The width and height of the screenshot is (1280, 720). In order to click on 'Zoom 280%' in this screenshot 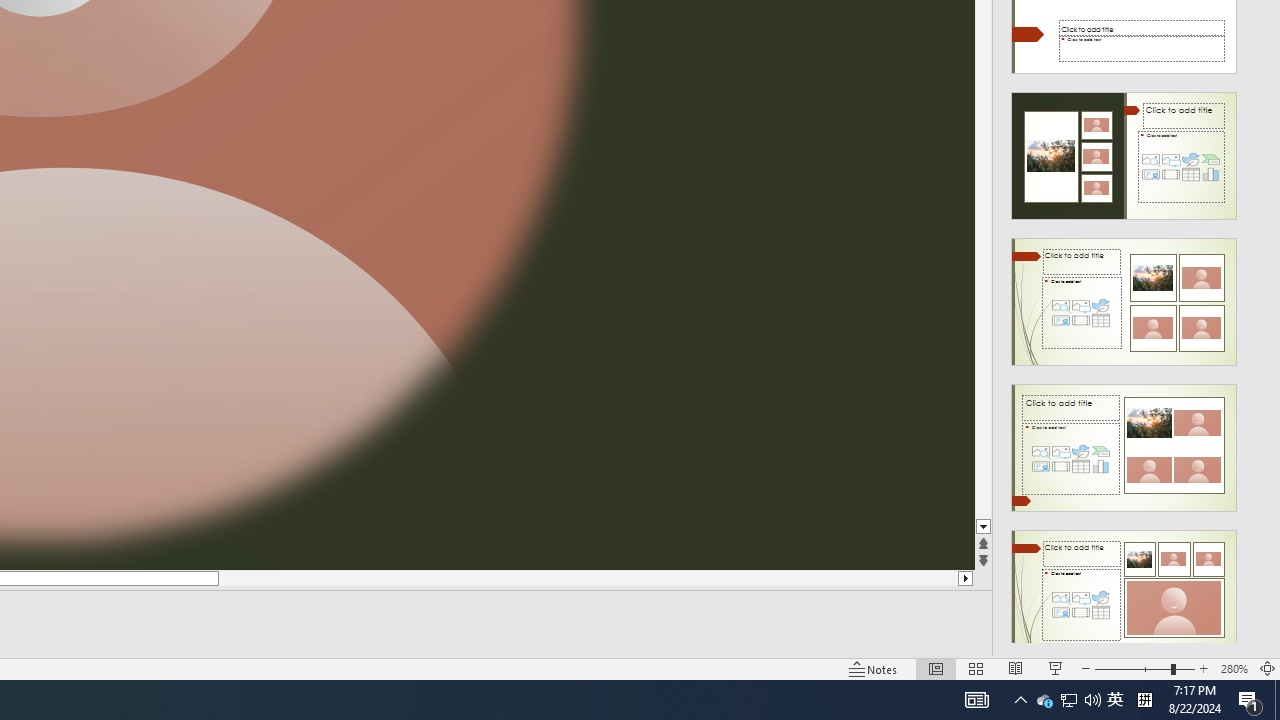, I will do `click(1233, 669)`.